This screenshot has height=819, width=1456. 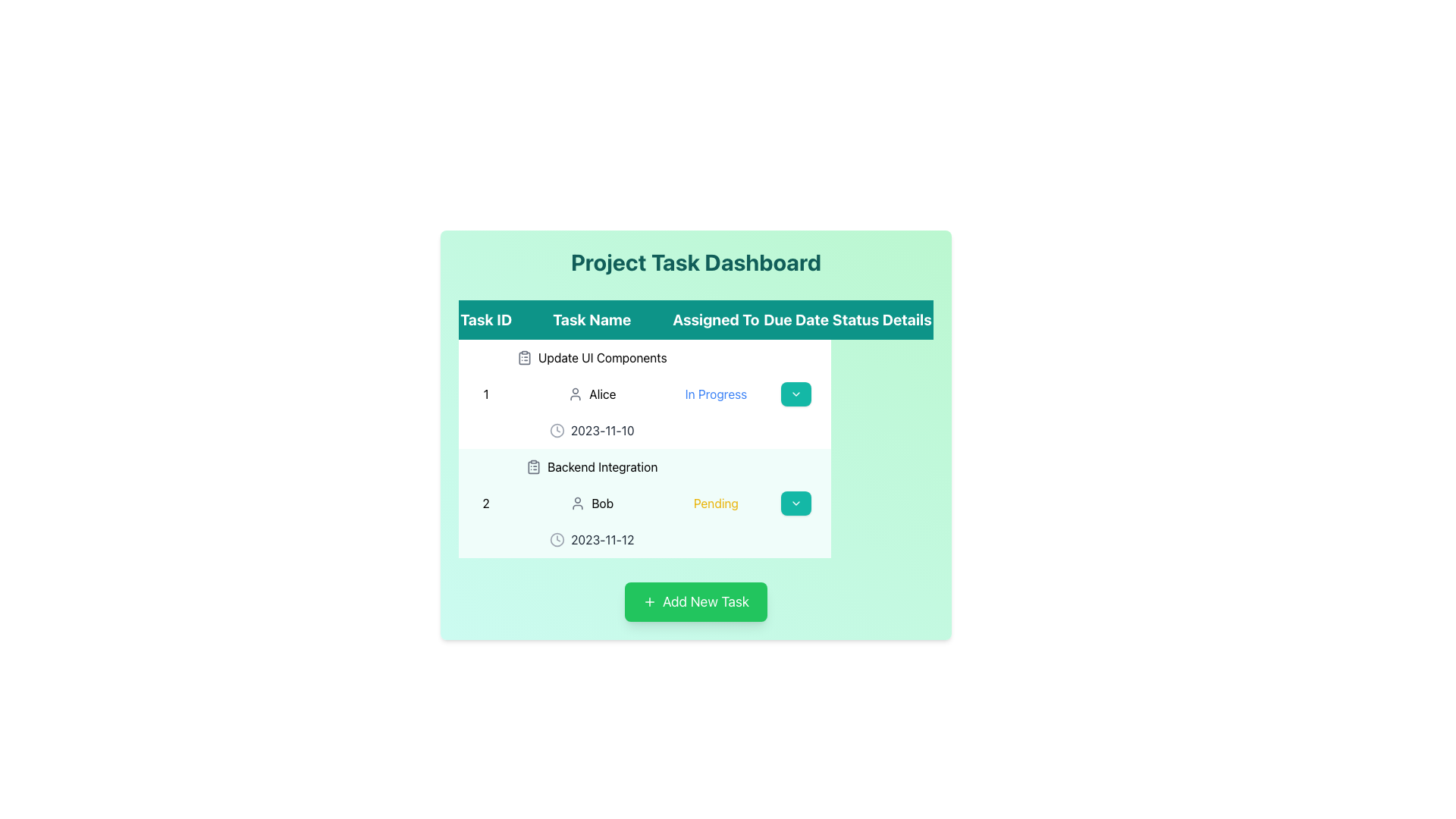 What do you see at coordinates (524, 357) in the screenshot?
I see `the decorative icon located in the 'Update UI Components' row to the left of the task name text` at bounding box center [524, 357].